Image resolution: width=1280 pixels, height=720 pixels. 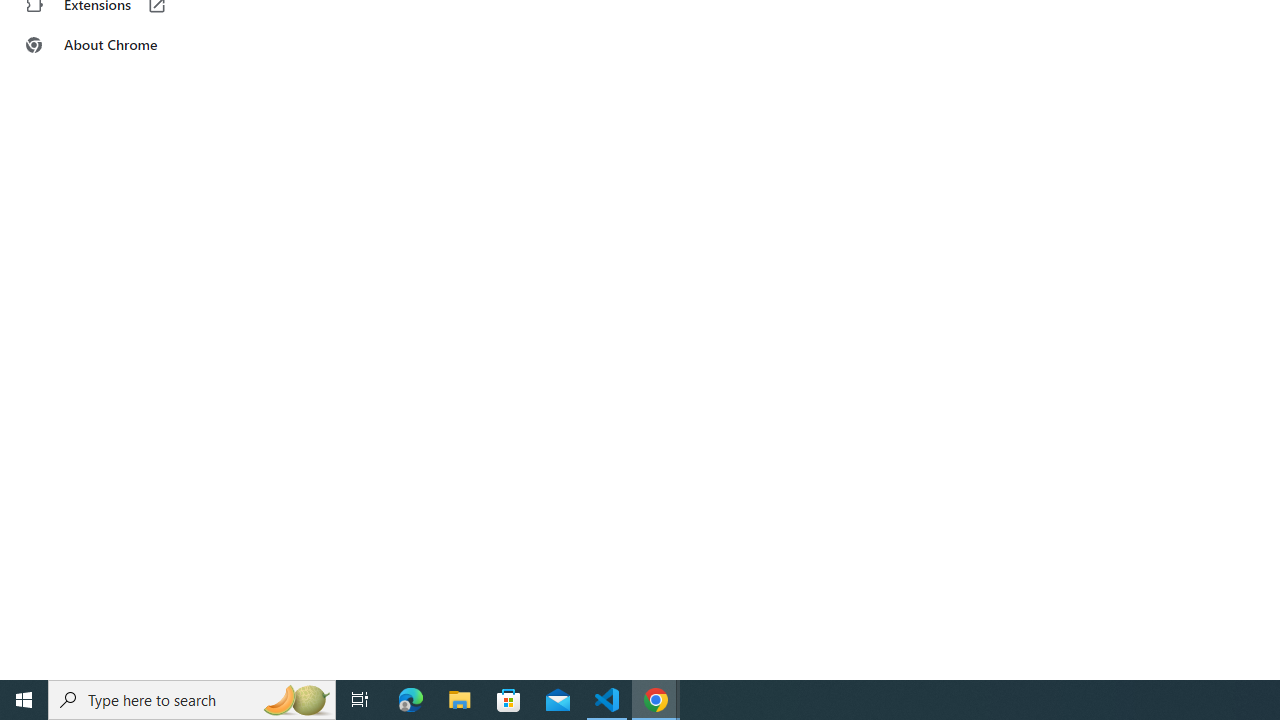 What do you see at coordinates (410, 698) in the screenshot?
I see `'Microsoft Edge'` at bounding box center [410, 698].